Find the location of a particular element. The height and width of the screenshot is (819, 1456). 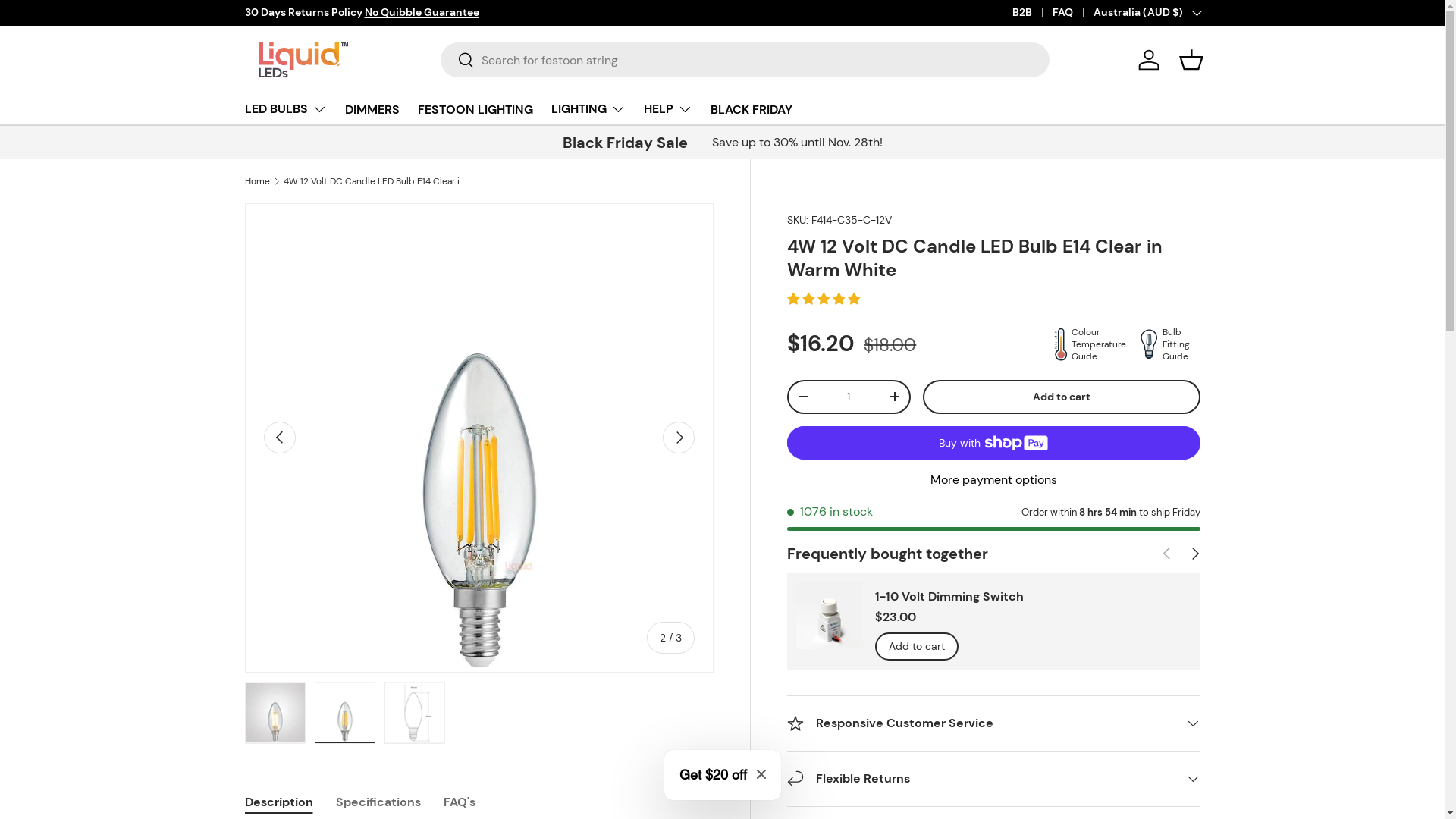

'Search' is located at coordinates (457, 60).